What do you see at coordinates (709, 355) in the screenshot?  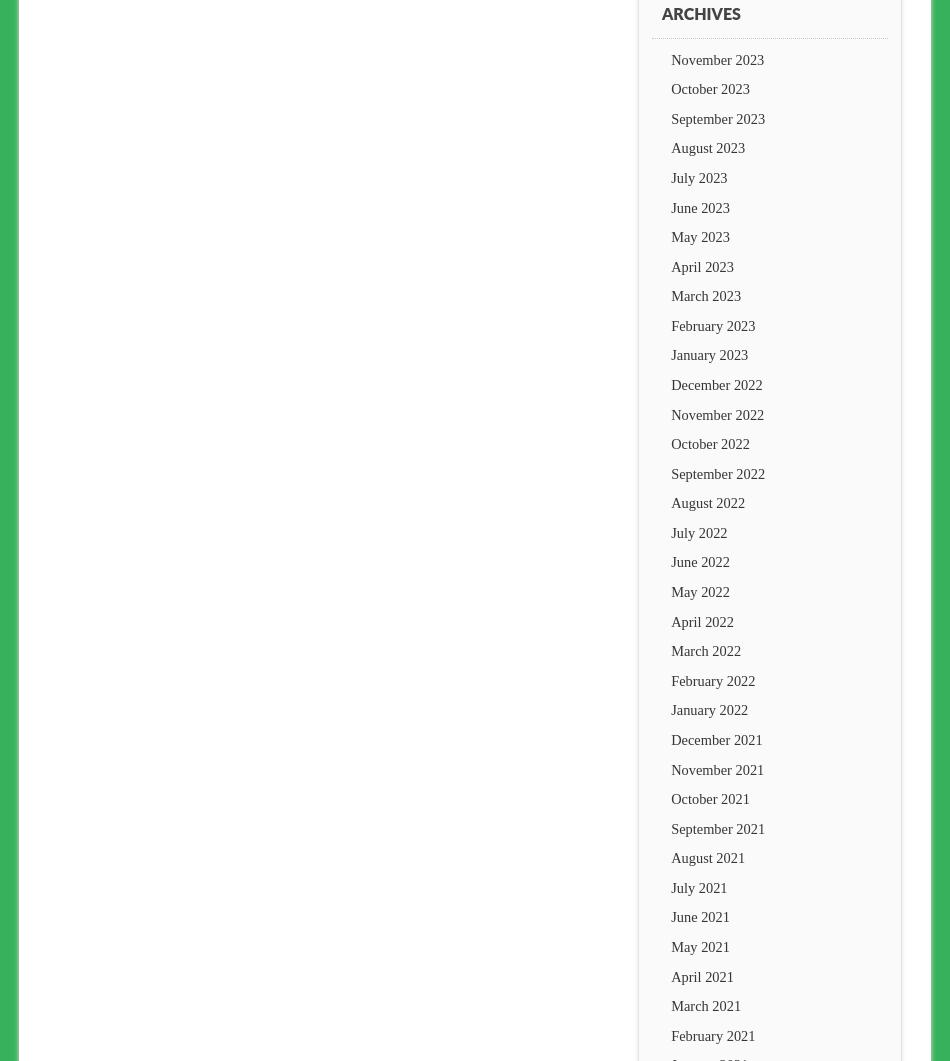 I see `'January 2023'` at bounding box center [709, 355].